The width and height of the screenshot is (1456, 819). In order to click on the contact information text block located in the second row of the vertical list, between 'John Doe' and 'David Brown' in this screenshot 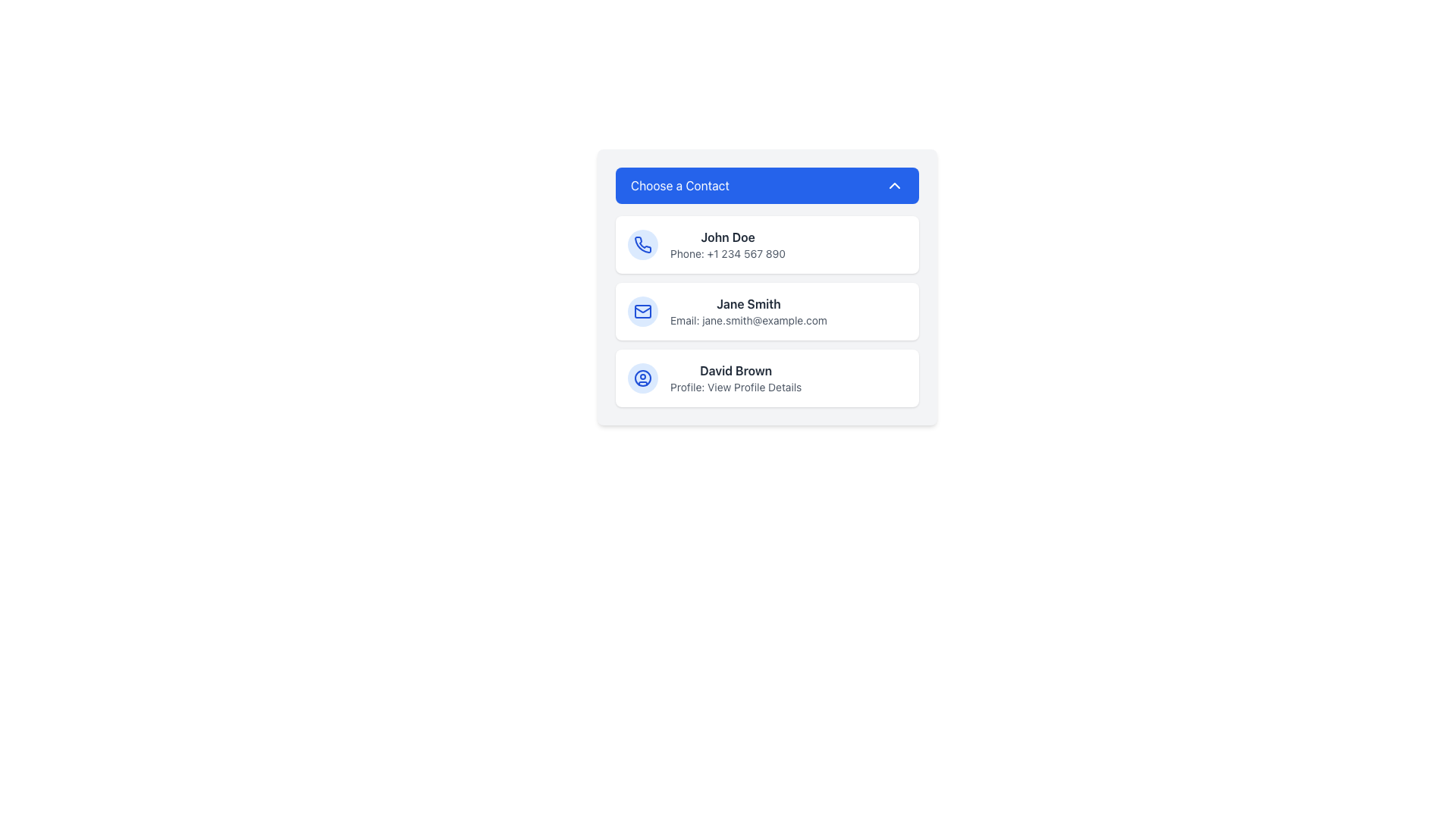, I will do `click(748, 311)`.